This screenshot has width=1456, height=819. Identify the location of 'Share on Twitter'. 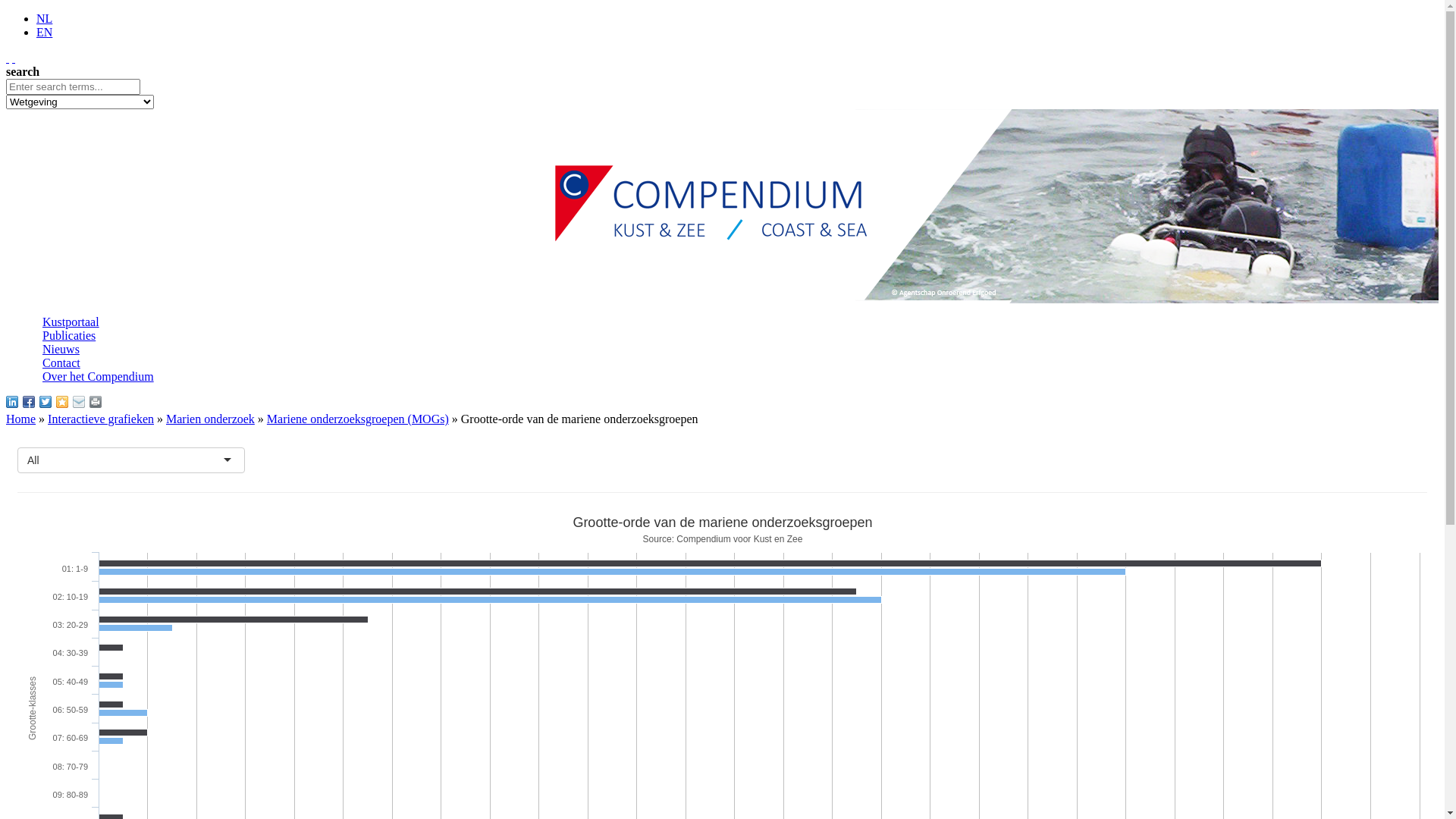
(39, 400).